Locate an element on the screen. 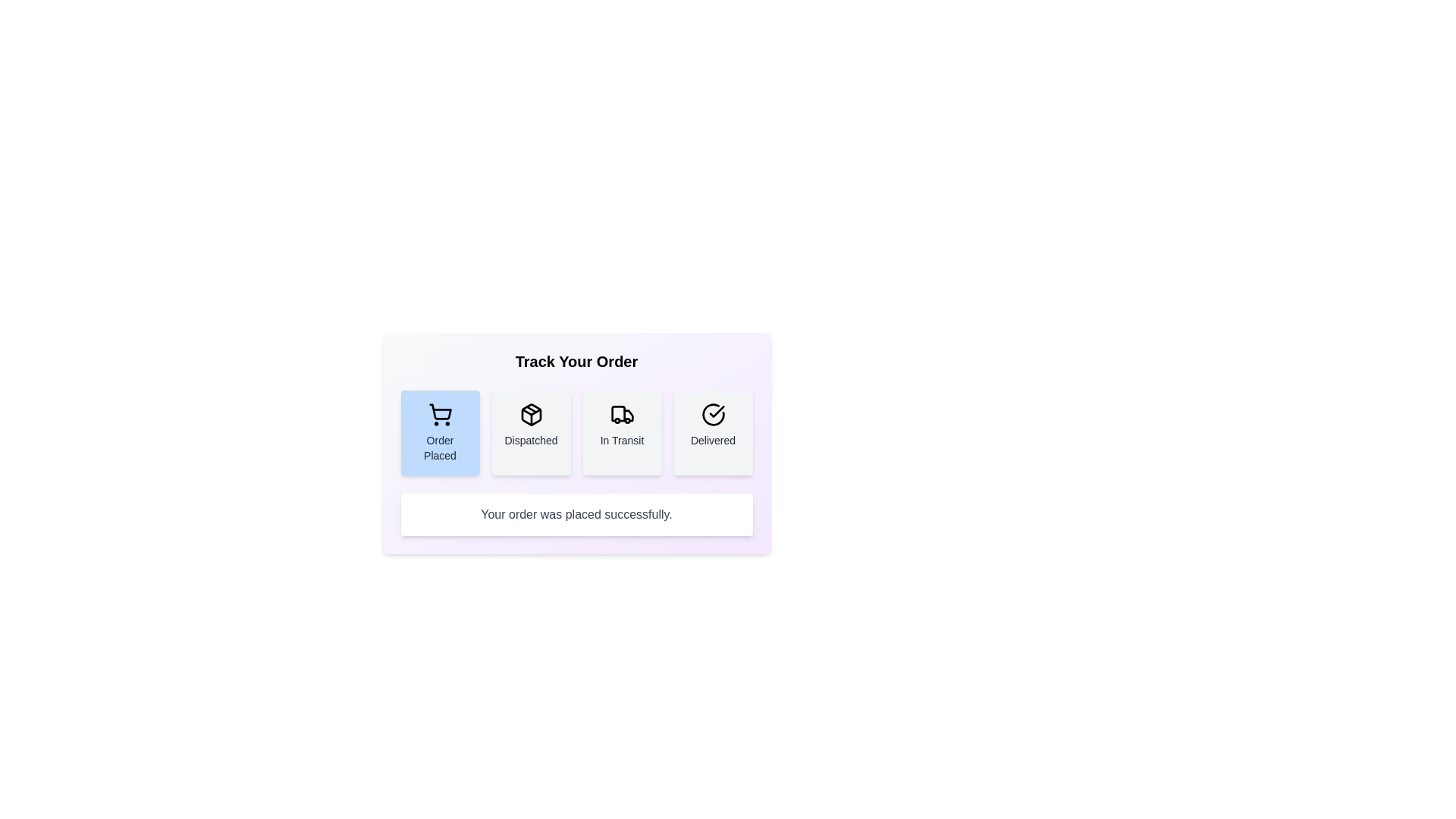 This screenshot has width=1456, height=819. the In Transit button to reveal details or animations is located at coordinates (622, 432).